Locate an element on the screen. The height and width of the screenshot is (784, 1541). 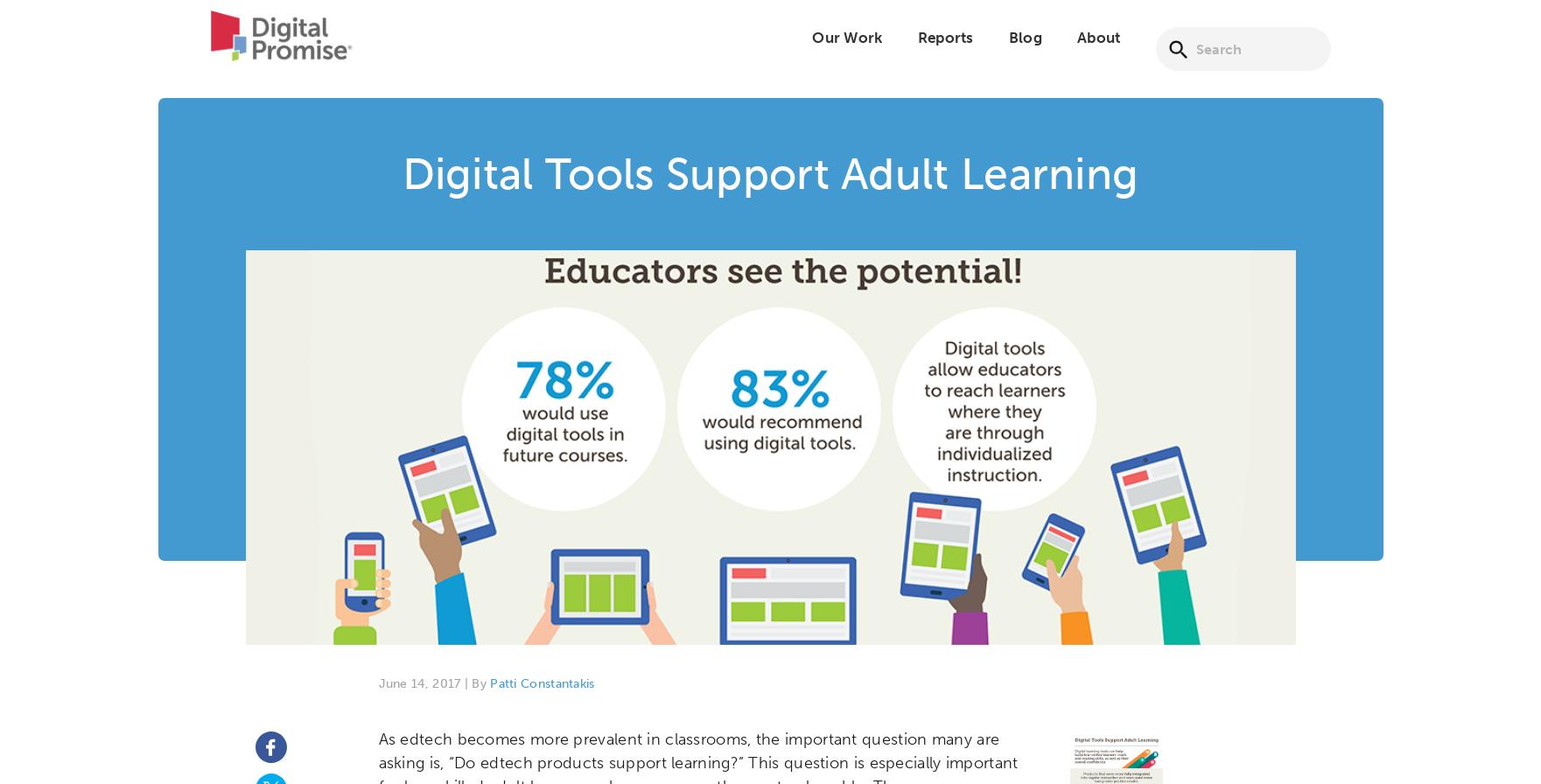
'Reports' is located at coordinates (944, 48).